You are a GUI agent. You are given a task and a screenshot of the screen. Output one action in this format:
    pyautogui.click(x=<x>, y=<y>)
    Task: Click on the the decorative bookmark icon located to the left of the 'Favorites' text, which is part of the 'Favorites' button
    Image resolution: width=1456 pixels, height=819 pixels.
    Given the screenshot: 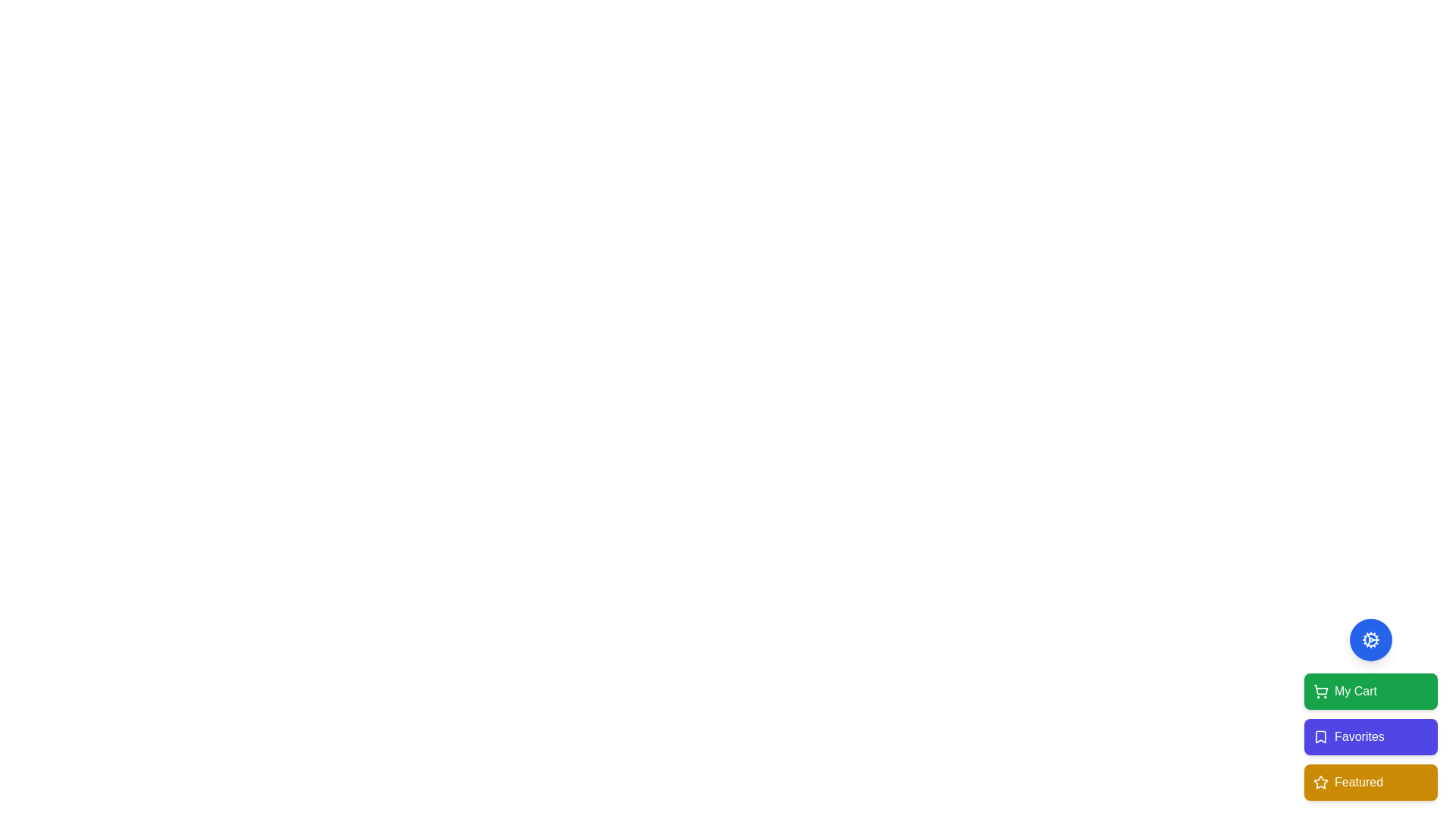 What is the action you would take?
    pyautogui.click(x=1320, y=736)
    